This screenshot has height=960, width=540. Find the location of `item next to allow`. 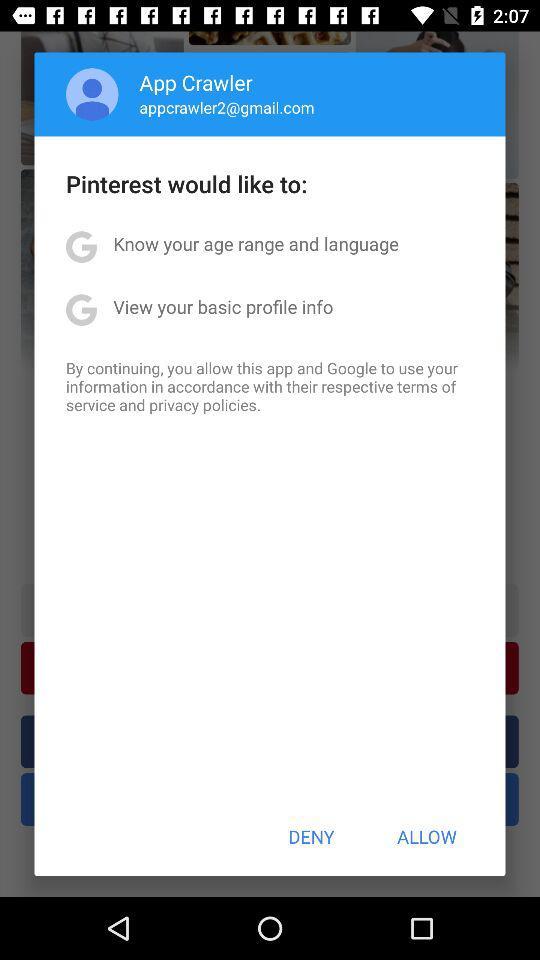

item next to allow is located at coordinates (311, 836).